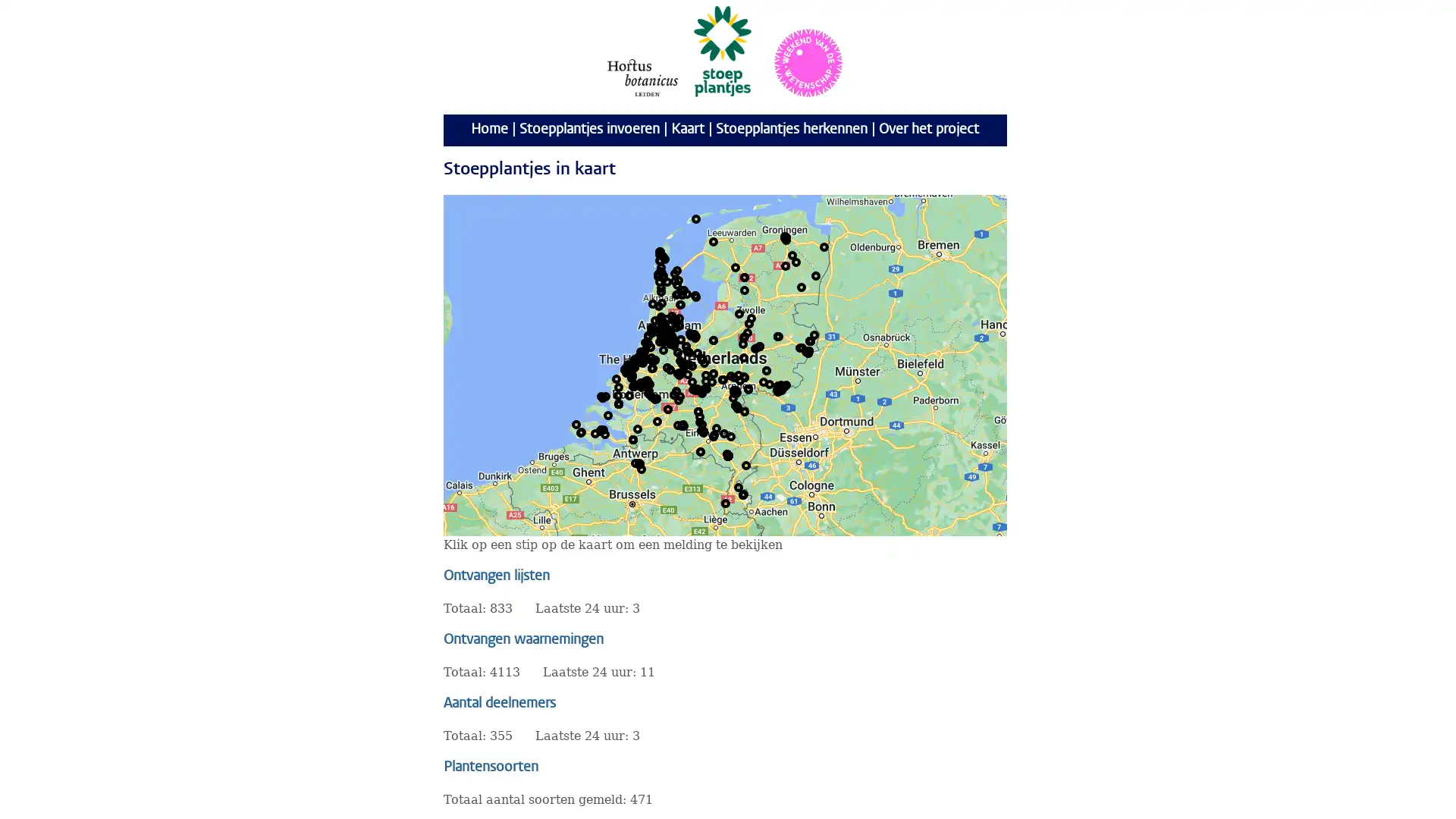  Describe the element at coordinates (630, 369) in the screenshot. I see `Telling van Annemiek op 18 mei 2022` at that location.